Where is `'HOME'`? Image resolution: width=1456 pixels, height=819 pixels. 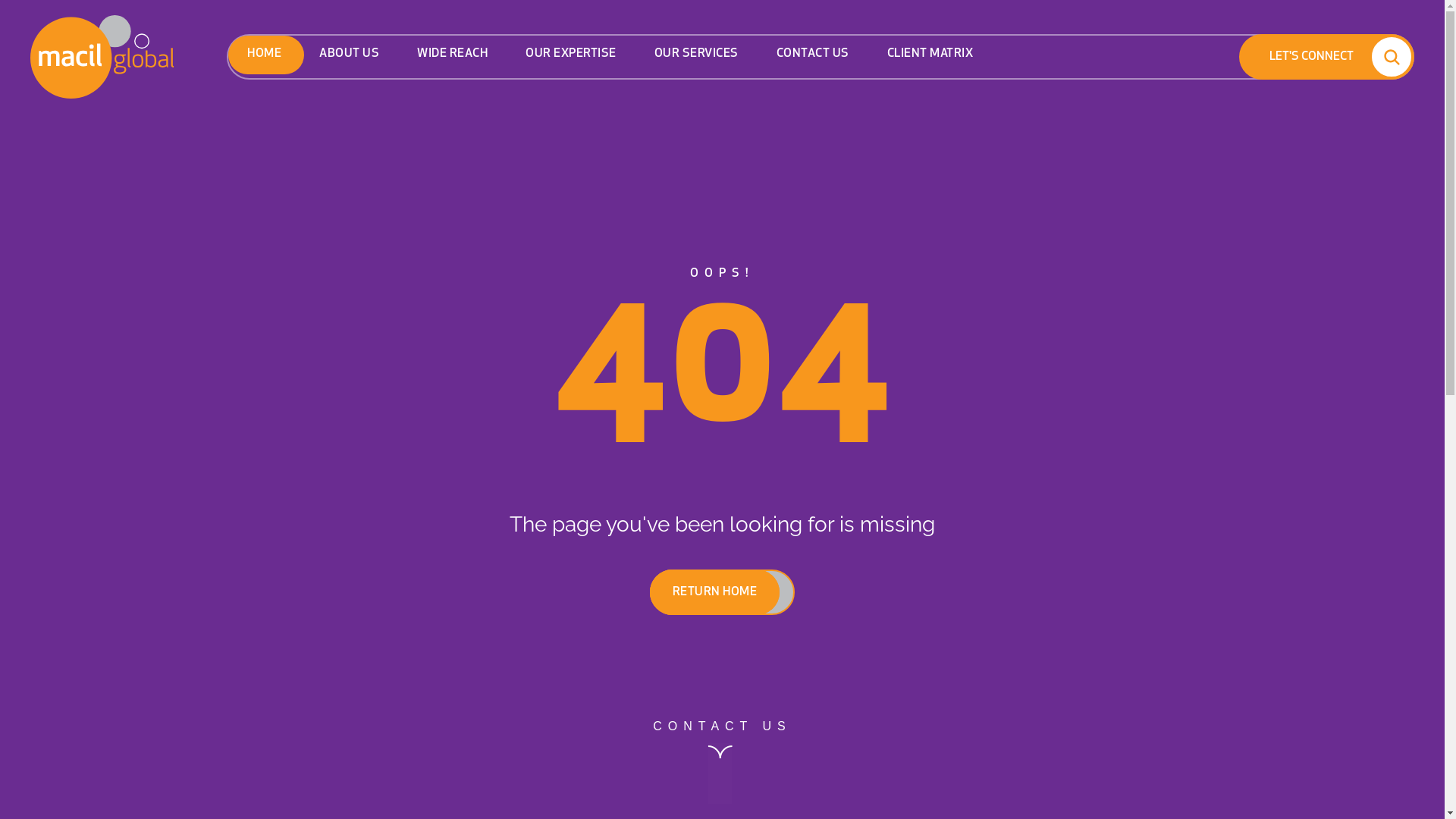 'HOME' is located at coordinates (264, 54).